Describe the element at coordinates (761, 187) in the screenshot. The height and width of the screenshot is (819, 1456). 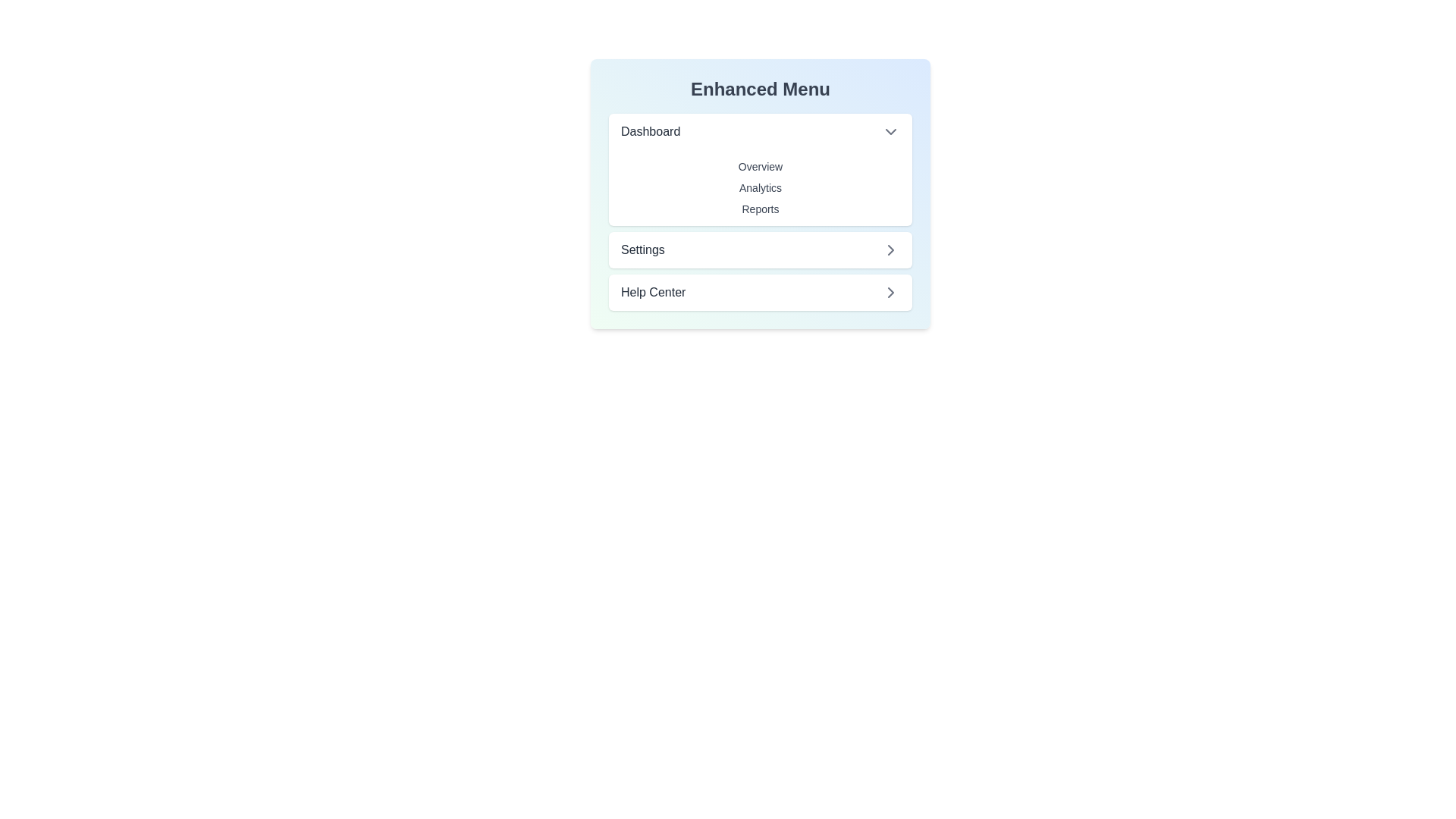
I see `the second menu option in the dropdown-style menu that is located centrally in the interface, positioned below the 'Overview' text and above the 'Reports' text` at that location.